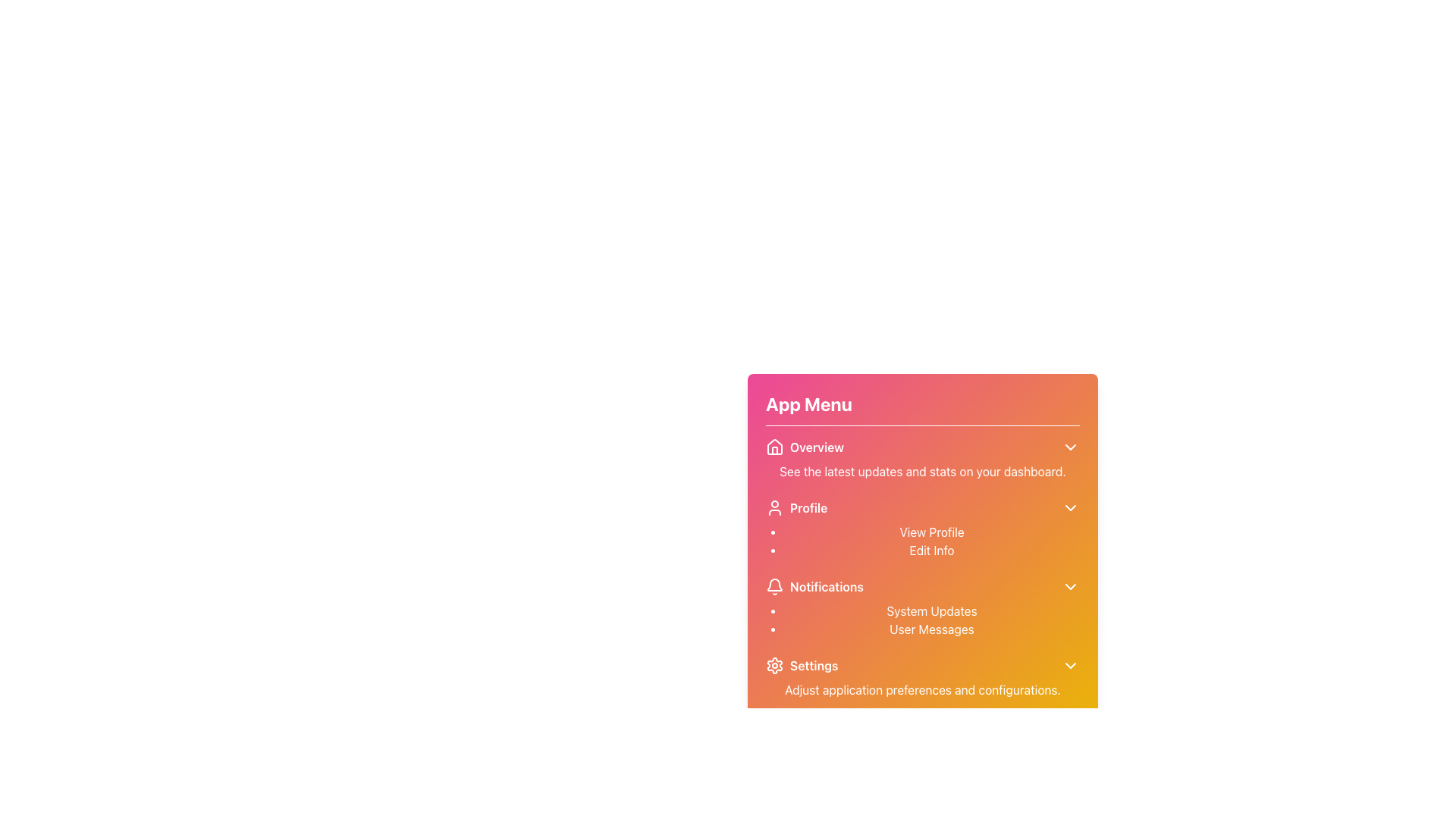  I want to click on 'App Menu' heading located at the top of the vertical menu interface, styled with bold white text on a gradient background transitioning from pink to orange, so click(808, 403).